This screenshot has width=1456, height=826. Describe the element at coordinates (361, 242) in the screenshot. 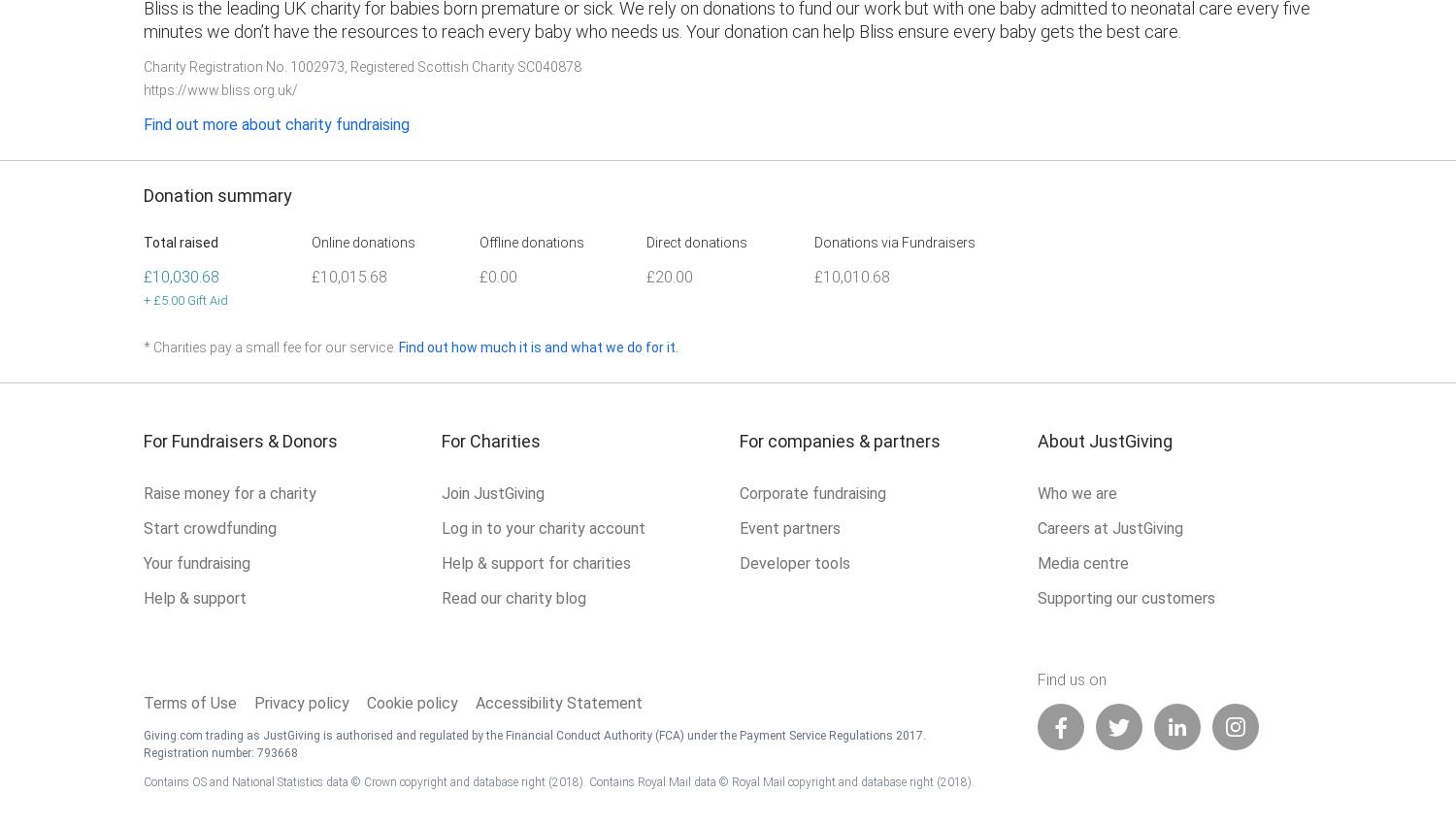

I see `'Online donations'` at that location.